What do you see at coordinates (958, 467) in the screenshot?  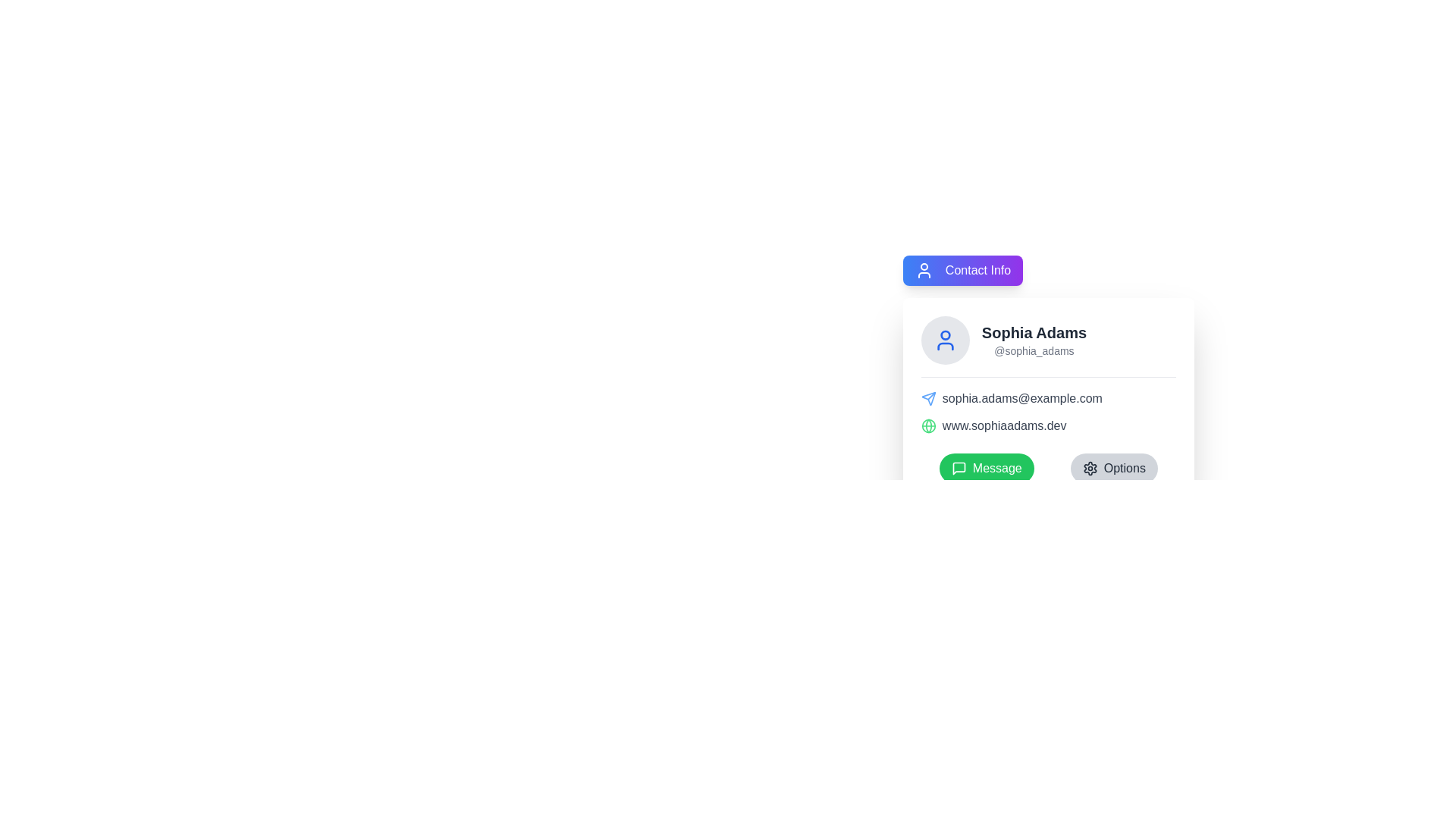 I see `the small green square-shaped icon with a message bubble design, located inside the green button labeled 'Message' at the bottom-left of the user profile section` at bounding box center [958, 467].